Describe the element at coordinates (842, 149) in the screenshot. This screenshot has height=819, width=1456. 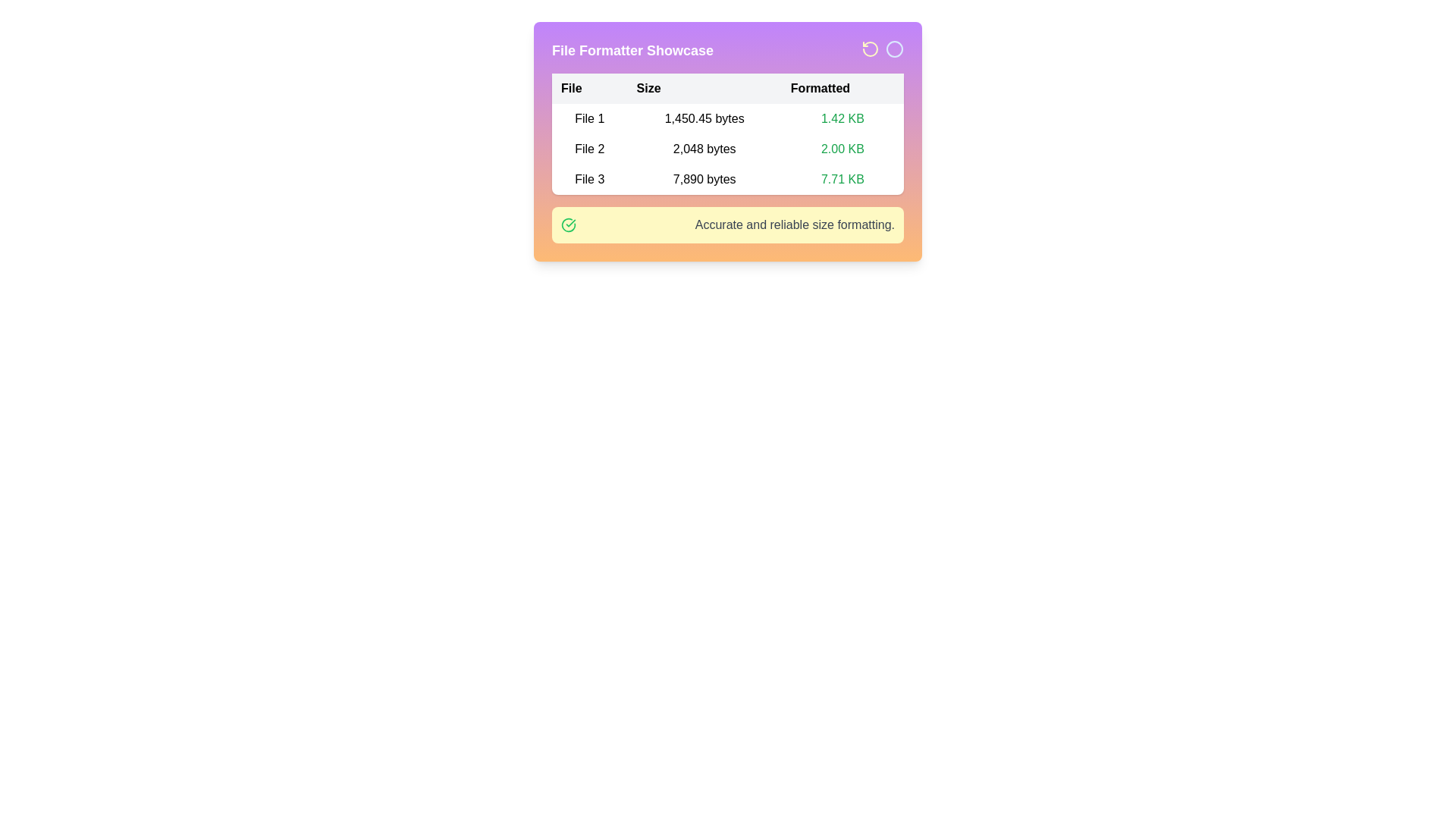
I see `text content of the Text Label displaying '2.00 KB' in the green font, which is located in the 'Formatted' column of the table row labeled 'File 2'` at that location.